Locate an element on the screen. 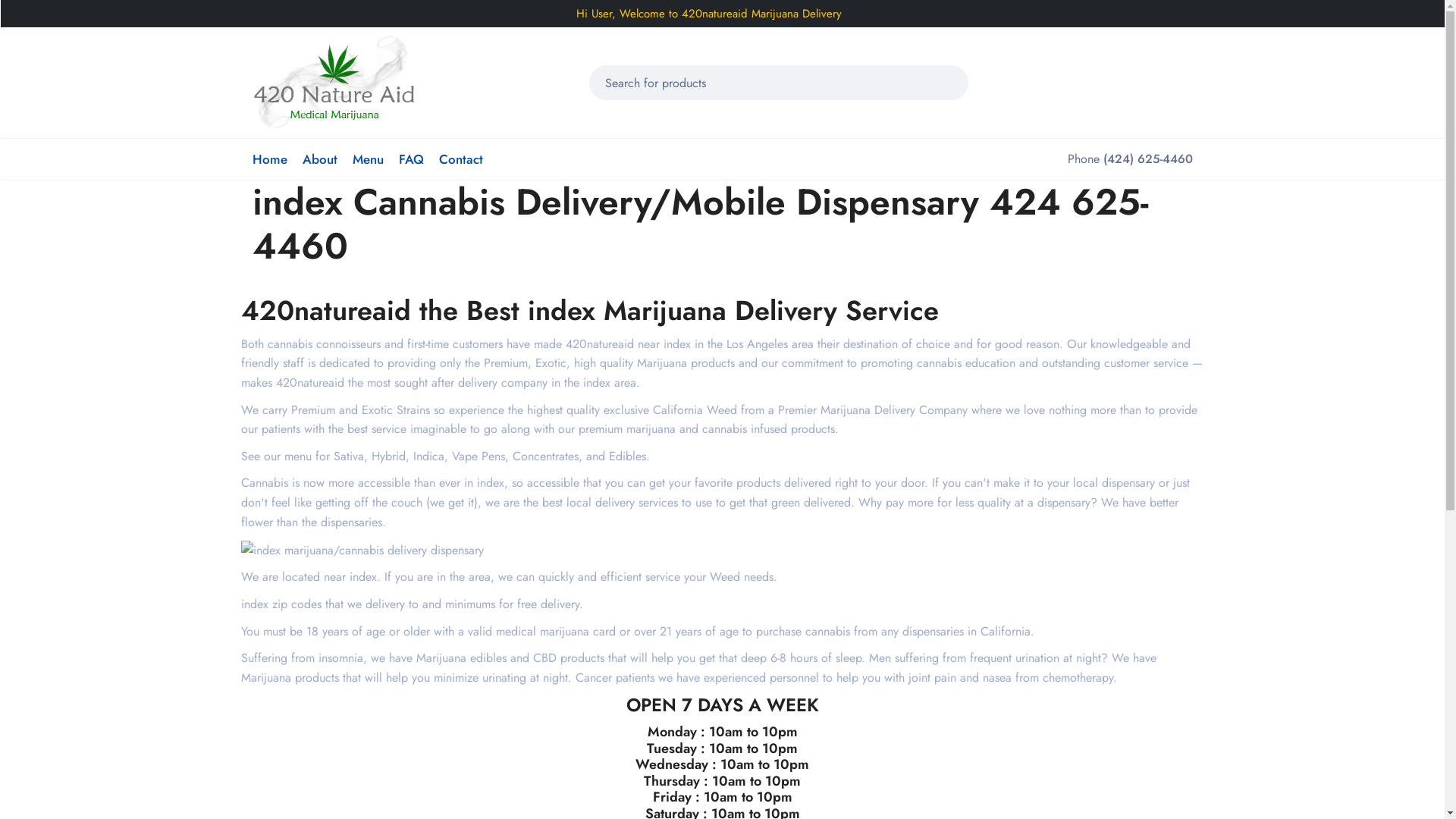 The width and height of the screenshot is (1456, 819). 'Home' is located at coordinates (251, 158).